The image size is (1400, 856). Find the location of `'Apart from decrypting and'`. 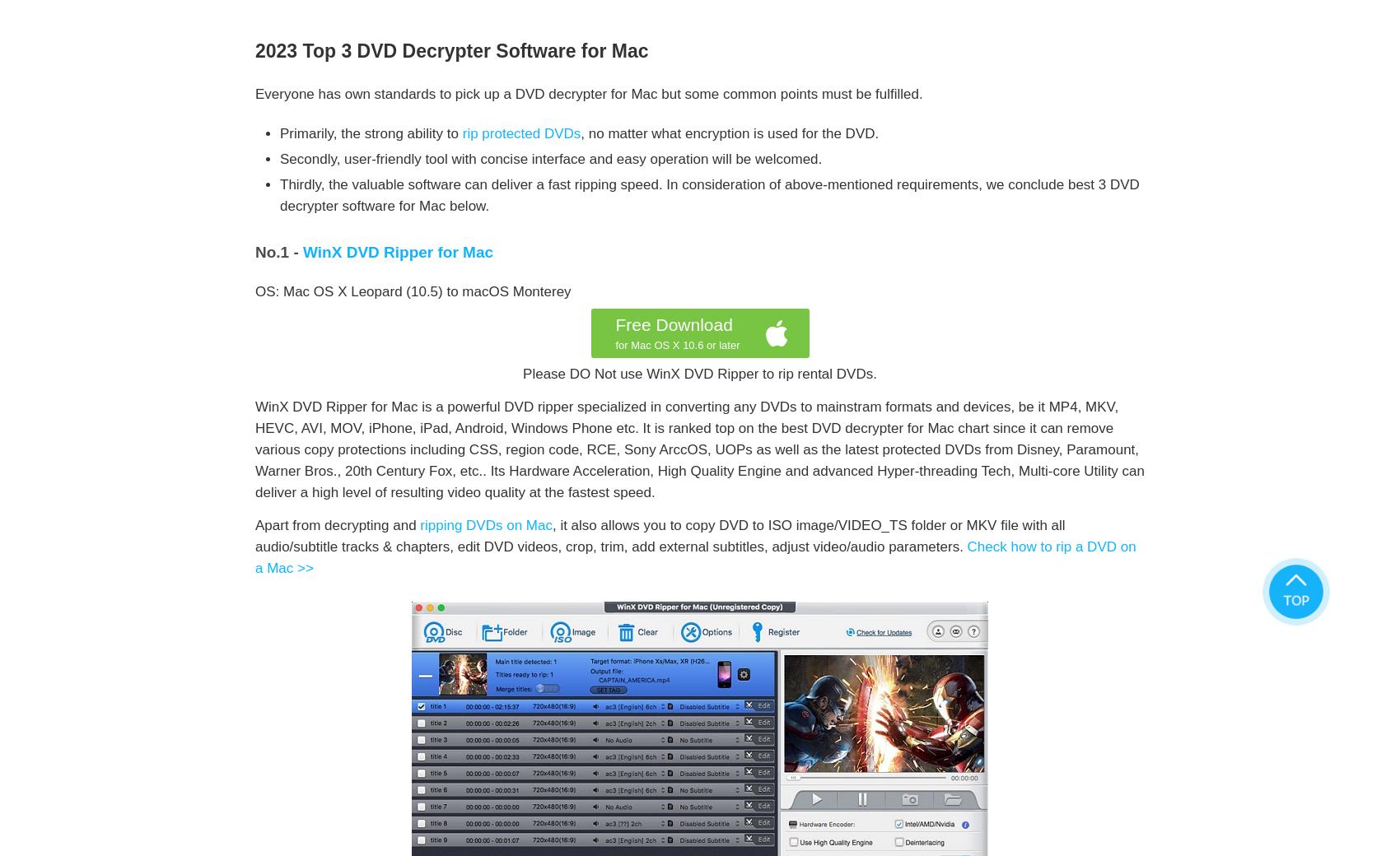

'Apart from decrypting and' is located at coordinates (337, 524).